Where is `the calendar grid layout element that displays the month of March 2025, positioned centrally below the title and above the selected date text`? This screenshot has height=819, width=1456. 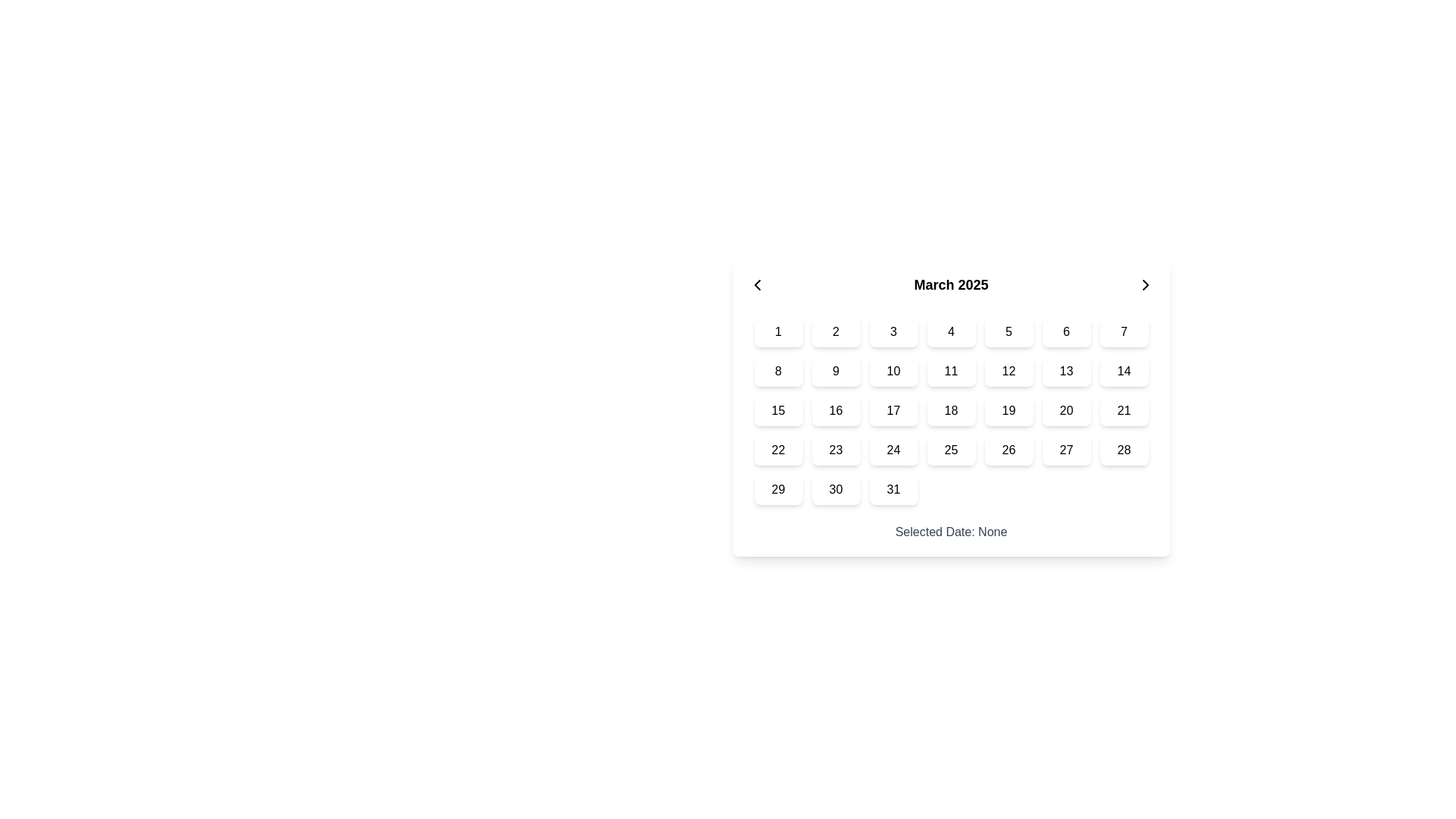 the calendar grid layout element that displays the month of March 2025, positioned centrally below the title and above the selected date text is located at coordinates (950, 411).